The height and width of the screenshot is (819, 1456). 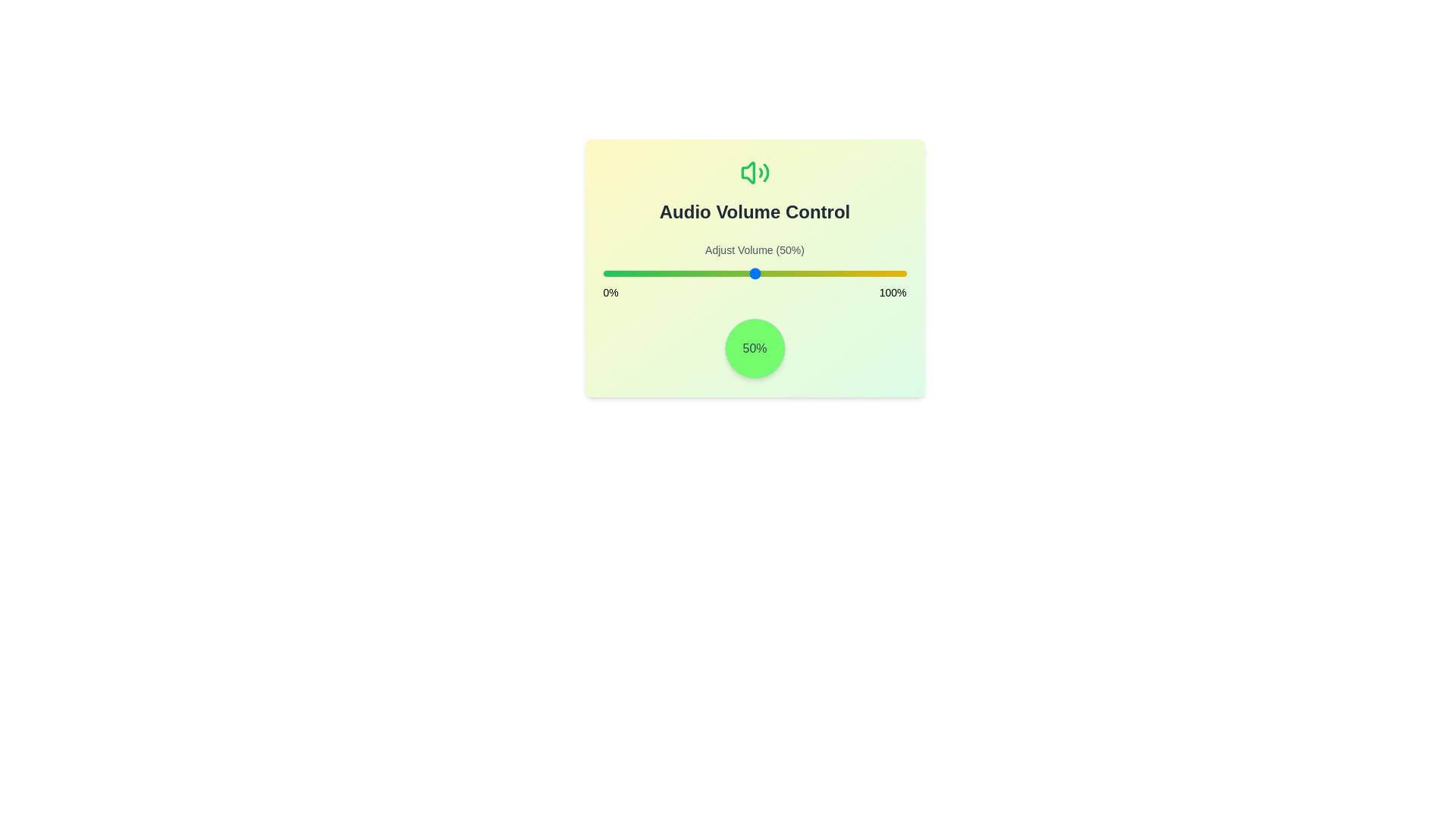 I want to click on the volume to 0% by dragging the slider, so click(x=602, y=274).